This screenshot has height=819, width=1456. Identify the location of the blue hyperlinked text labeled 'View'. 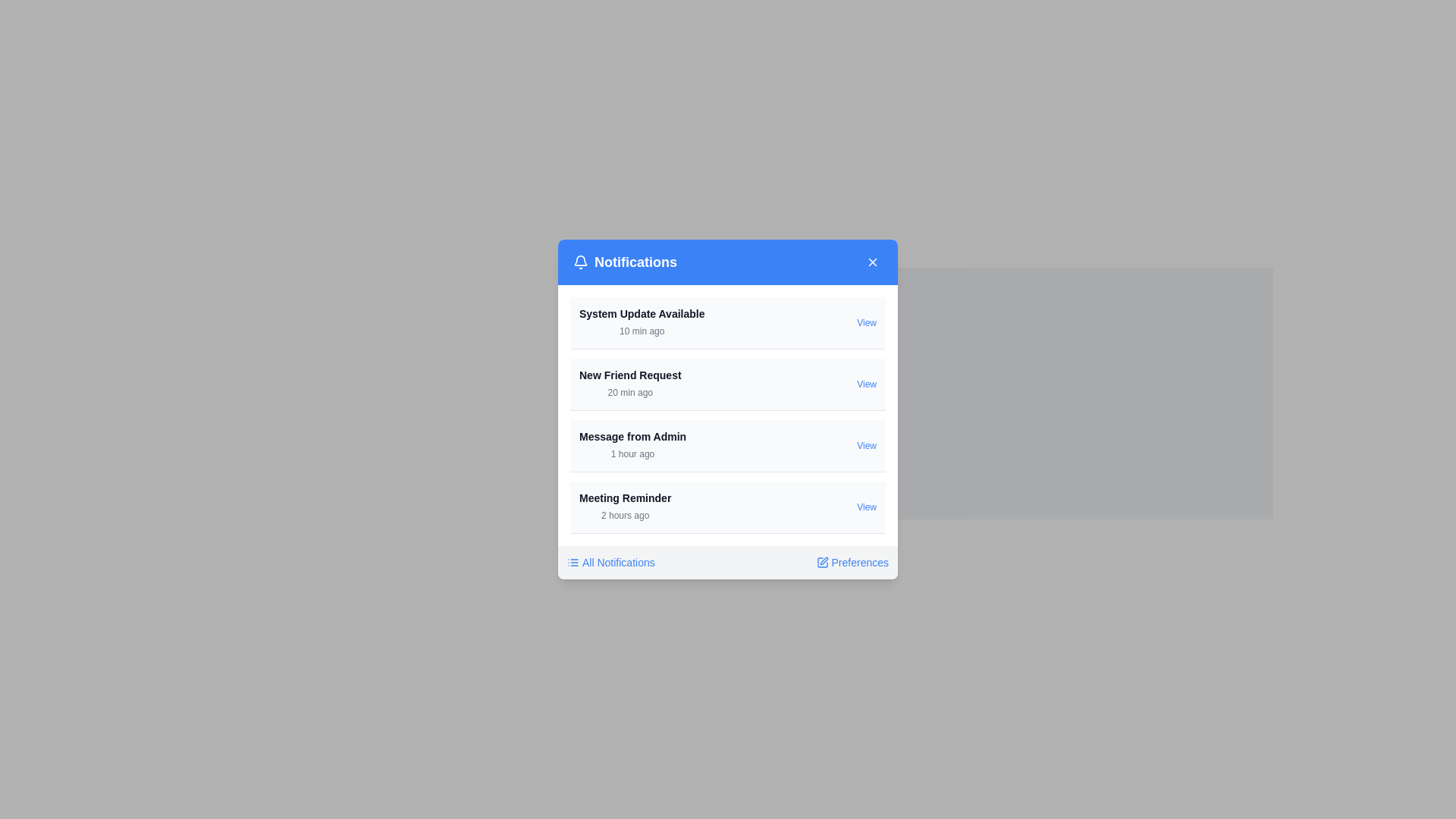
(867, 444).